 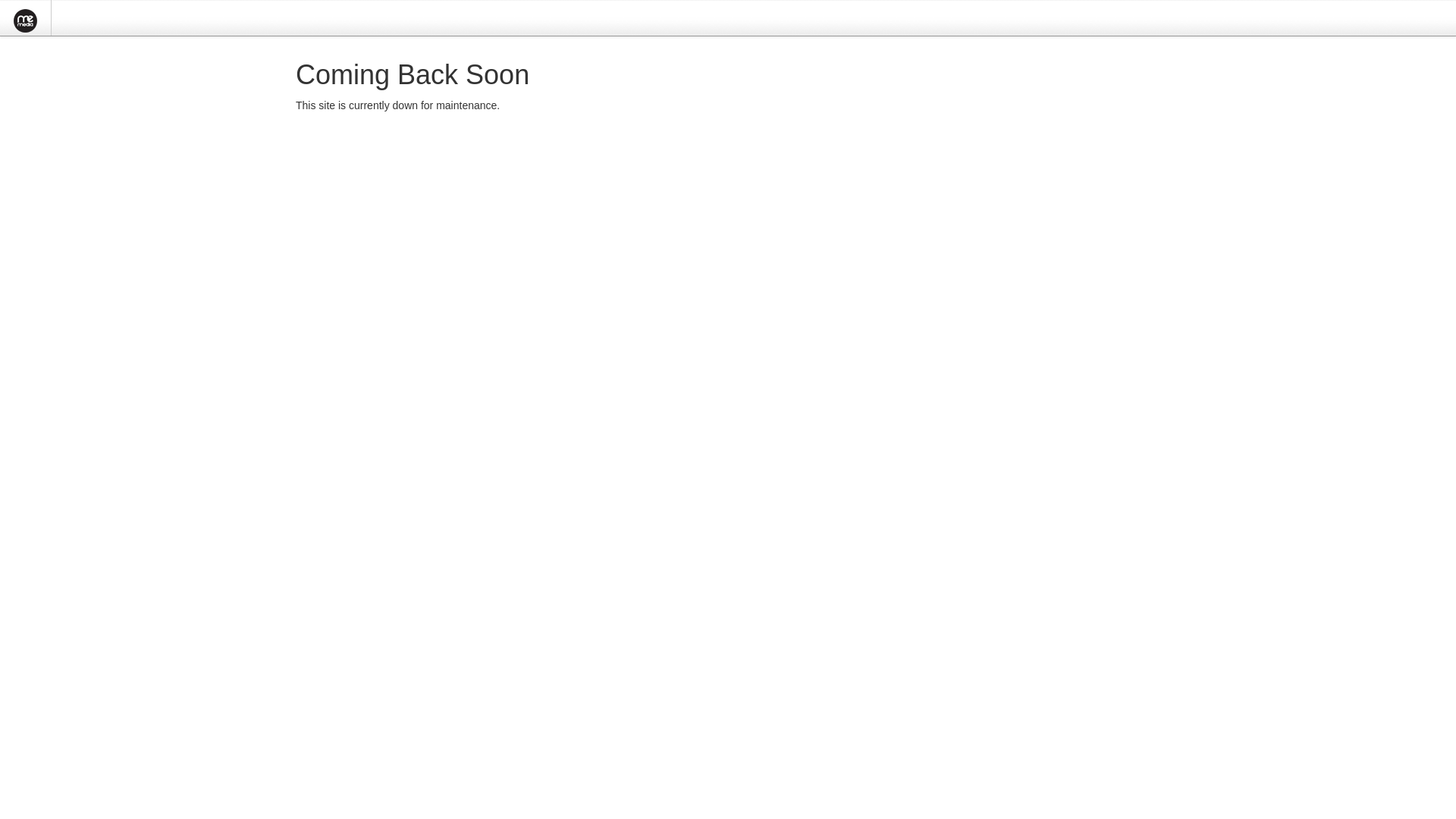 What do you see at coordinates (25, 20) in the screenshot?
I see `'MeMedia CMSME'` at bounding box center [25, 20].